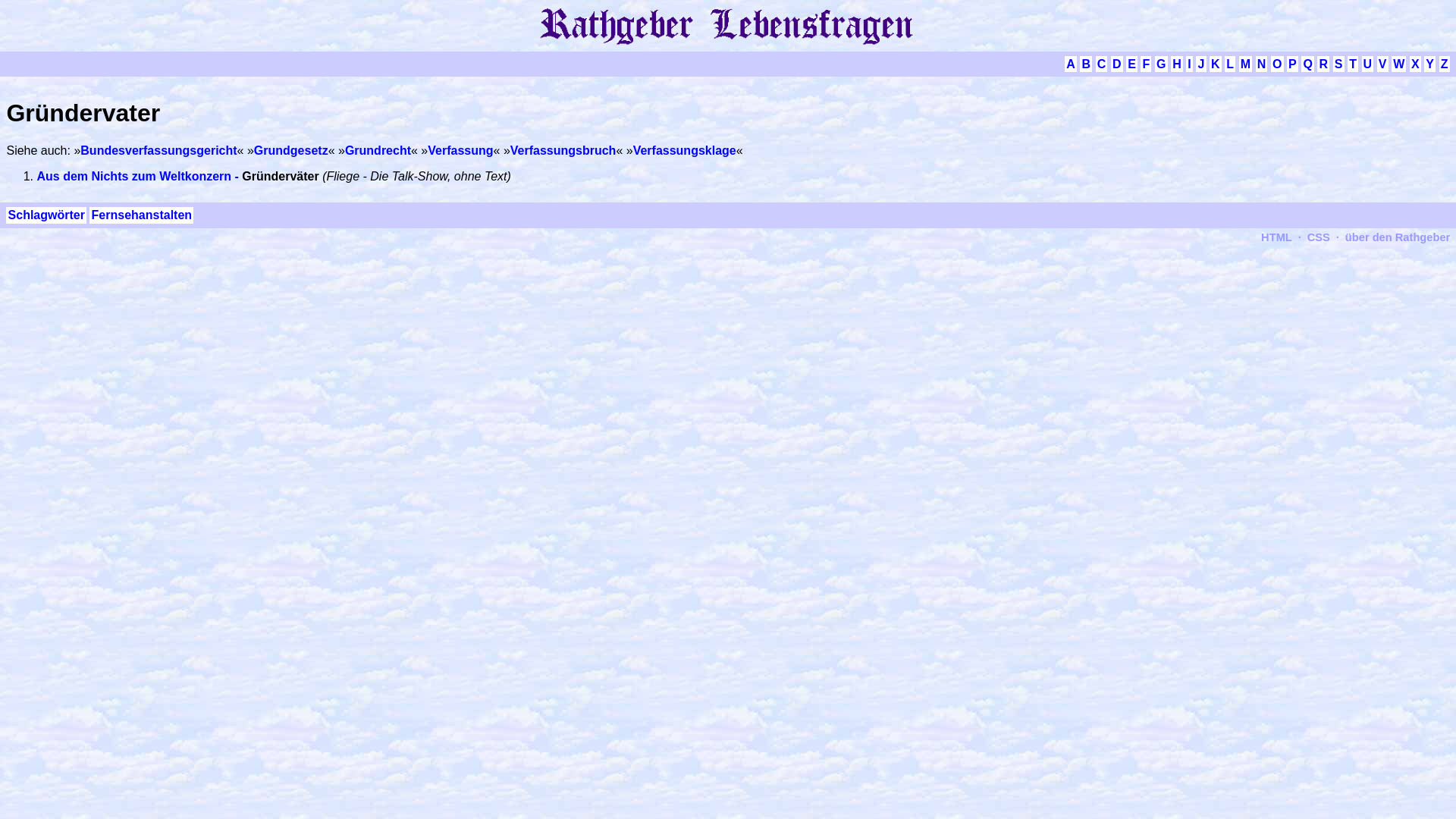 The width and height of the screenshot is (1456, 819). What do you see at coordinates (1095, 63) in the screenshot?
I see `'C'` at bounding box center [1095, 63].